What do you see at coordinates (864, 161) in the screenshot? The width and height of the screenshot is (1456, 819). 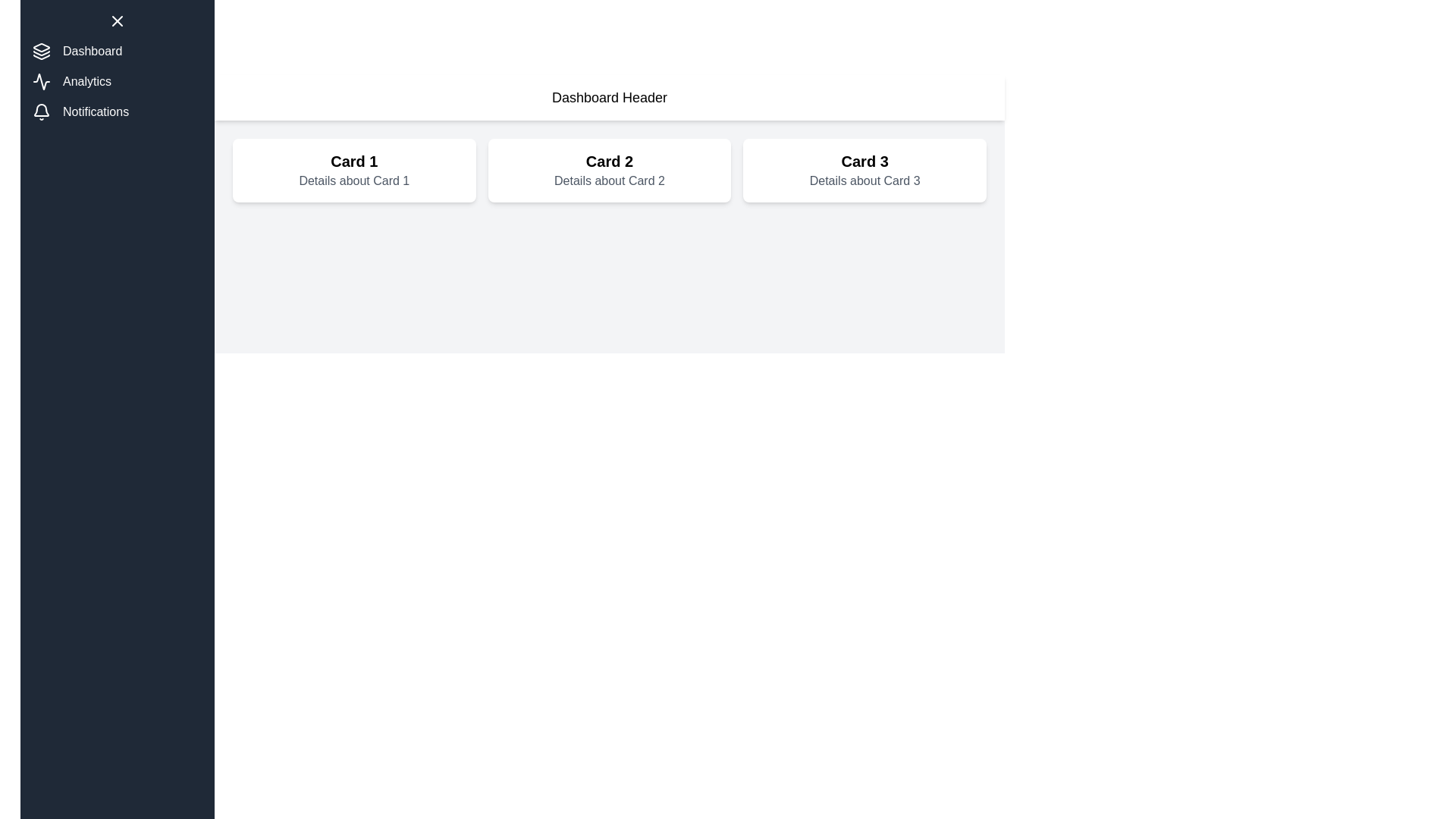 I see `the title Text Label of 'Card 3', which is positioned at the top of the card and above the gray description text 'Details about Card 3'` at bounding box center [864, 161].